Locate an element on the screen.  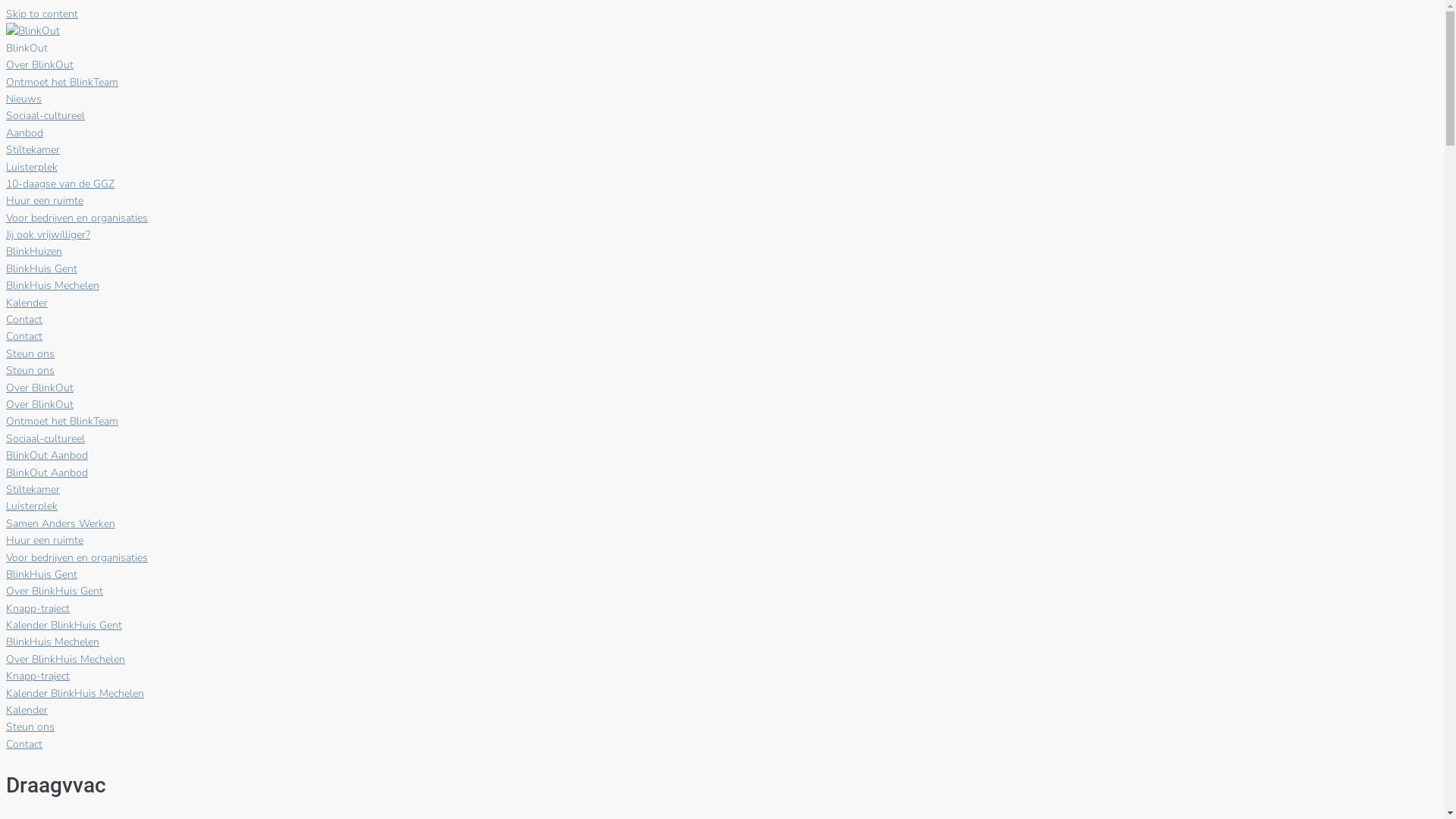
'Luisterplek' is located at coordinates (32, 167).